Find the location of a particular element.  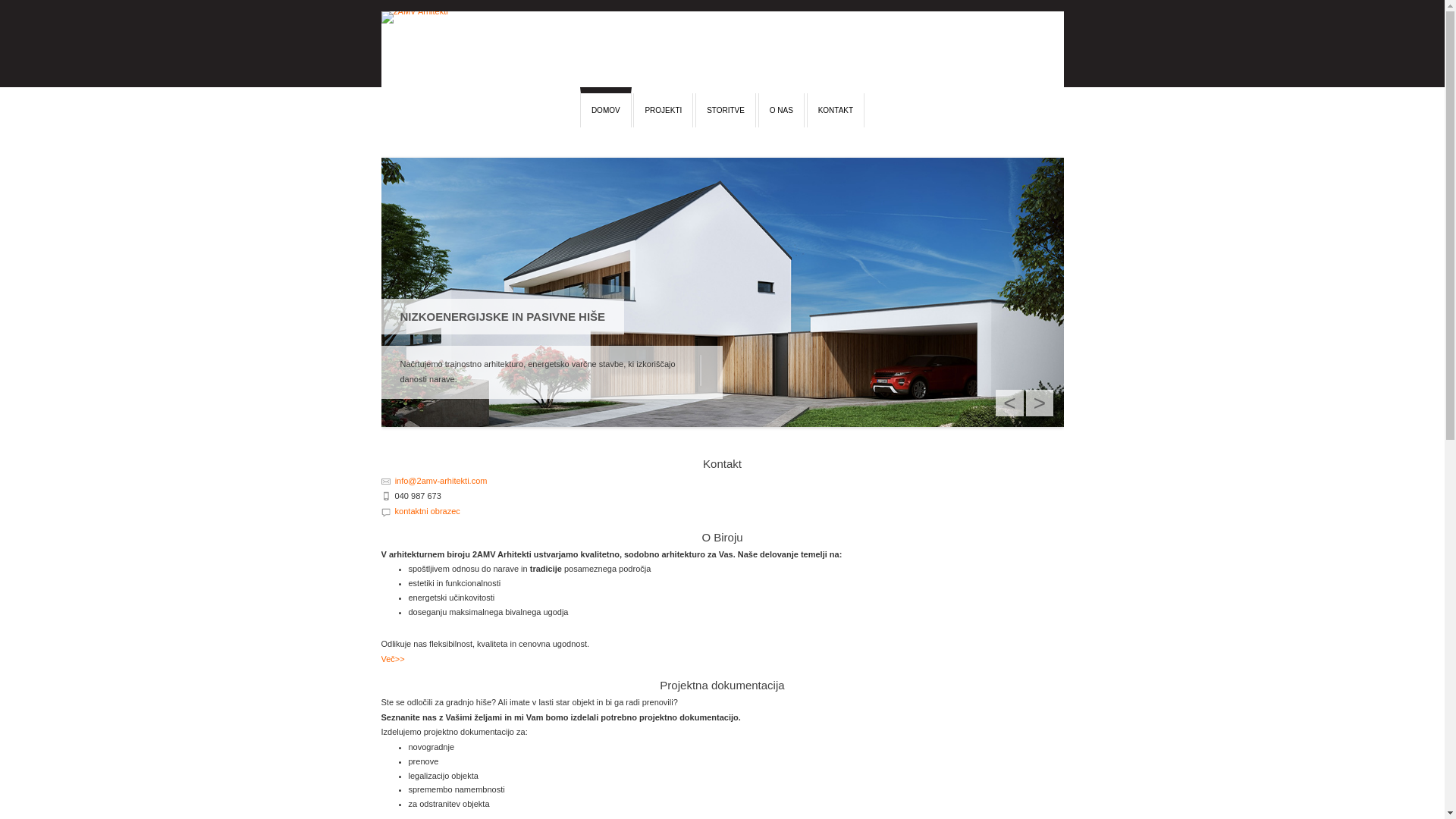

'kontaktni obrazec' is located at coordinates (385, 510).